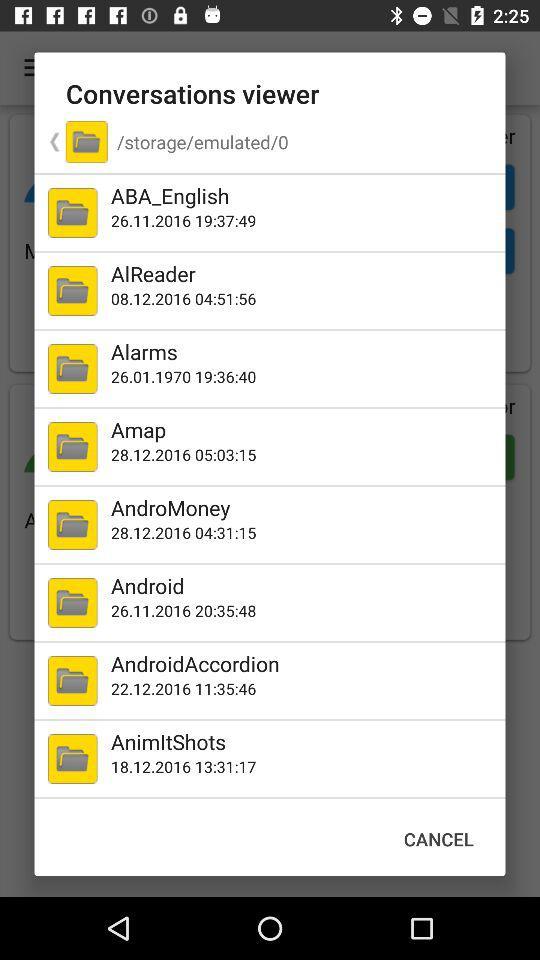  Describe the element at coordinates (303, 195) in the screenshot. I see `item above the 26 11 2016 icon` at that location.